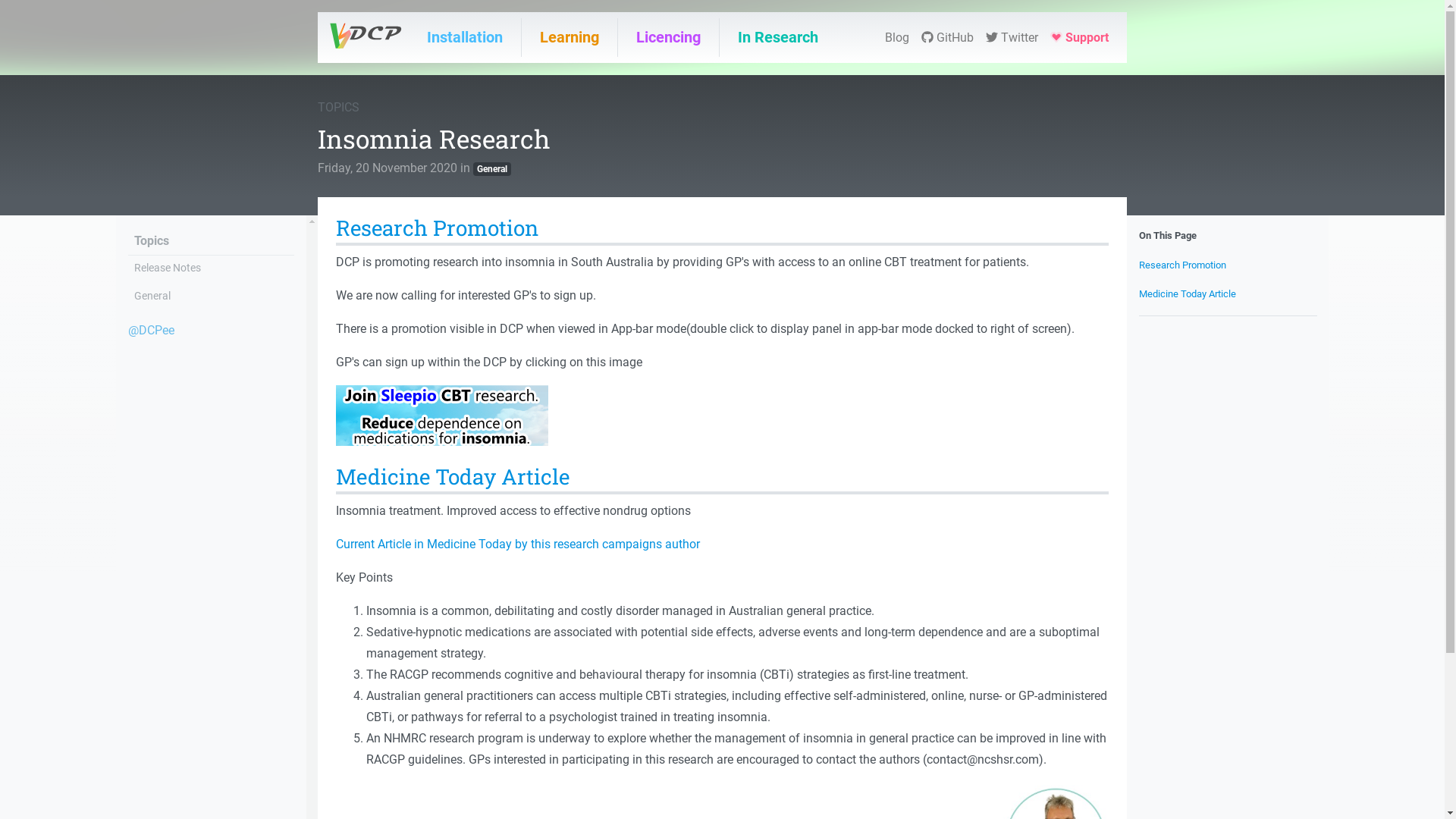 This screenshot has width=1456, height=819. I want to click on 'Support', so click(1078, 37).